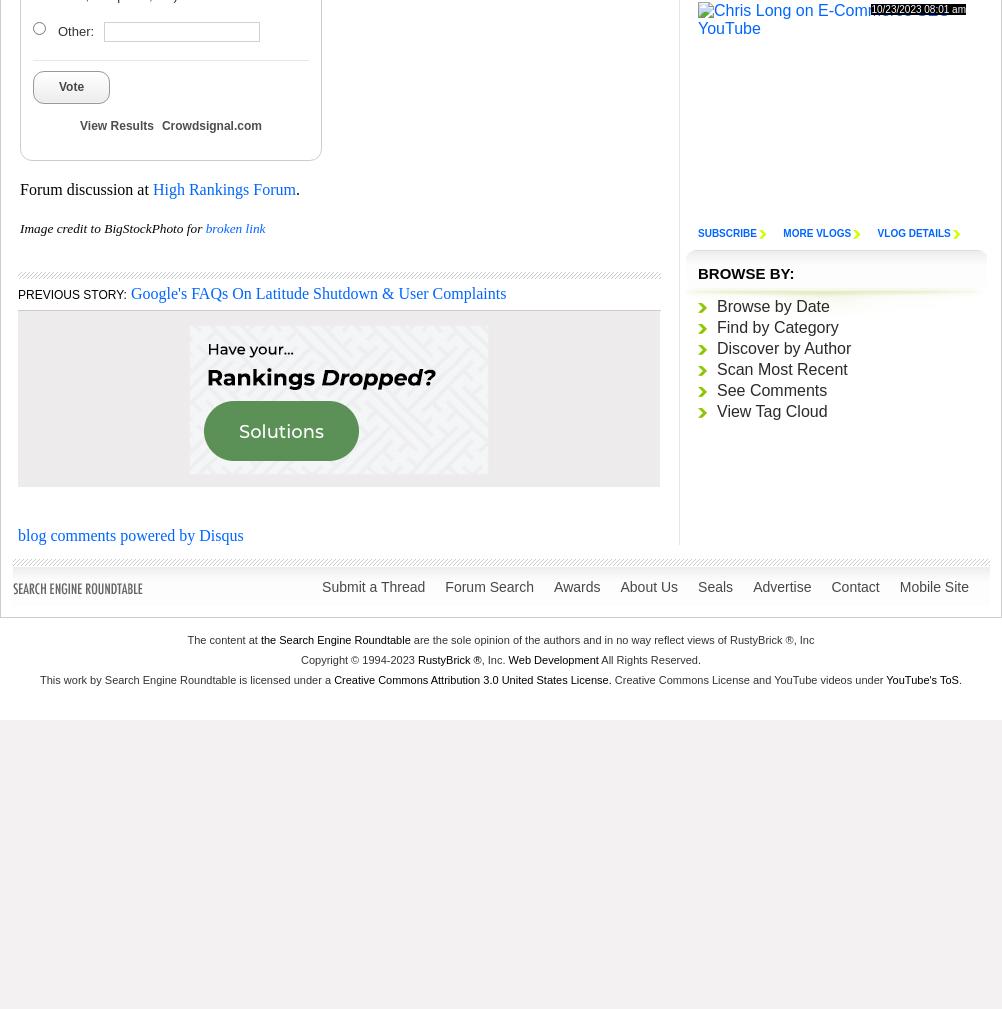 The height and width of the screenshot is (1009, 1002). What do you see at coordinates (493, 658) in the screenshot?
I see `', Inc.'` at bounding box center [493, 658].